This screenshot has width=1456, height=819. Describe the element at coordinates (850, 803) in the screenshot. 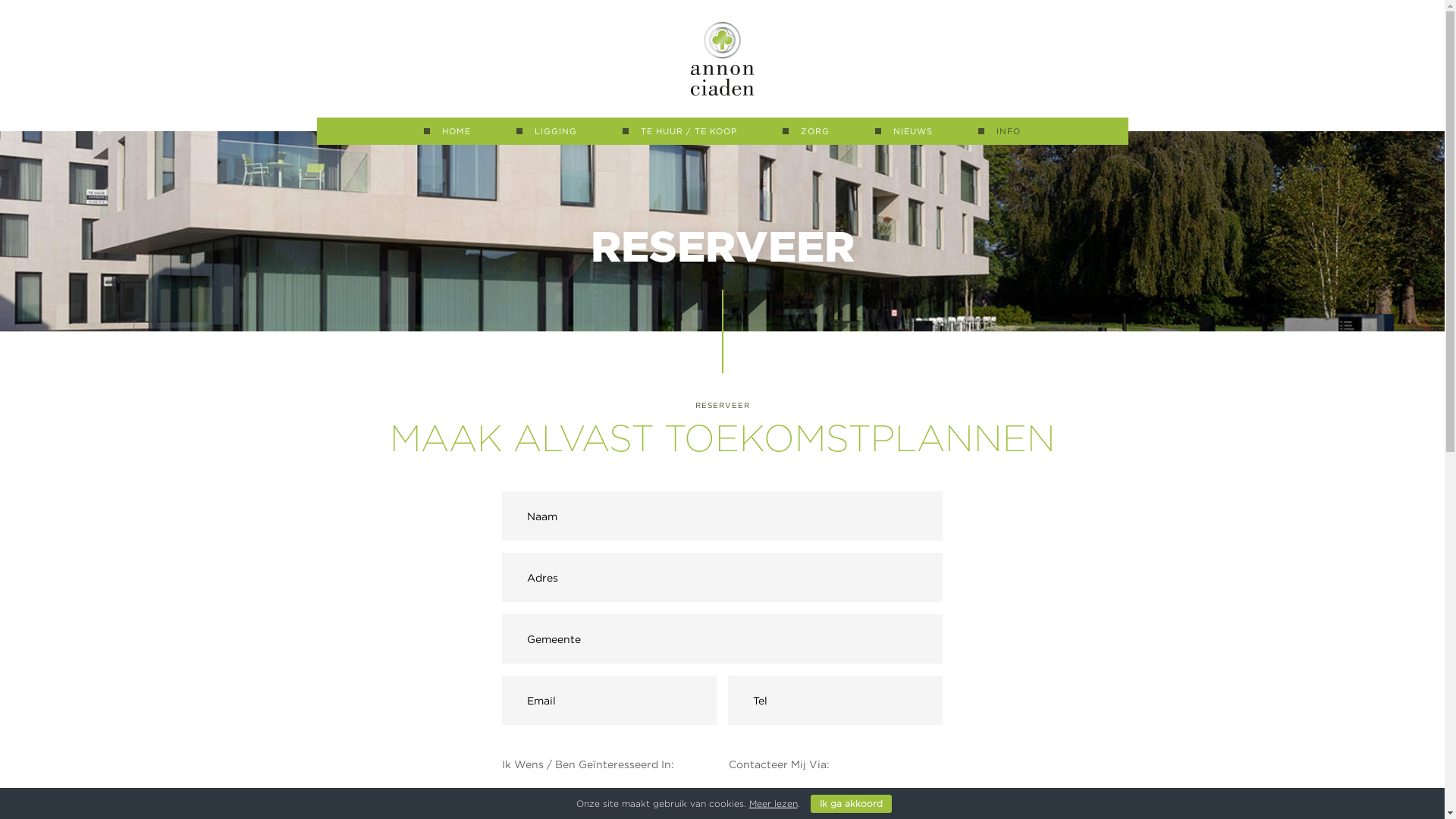

I see `'Ik ga akkoord'` at that location.